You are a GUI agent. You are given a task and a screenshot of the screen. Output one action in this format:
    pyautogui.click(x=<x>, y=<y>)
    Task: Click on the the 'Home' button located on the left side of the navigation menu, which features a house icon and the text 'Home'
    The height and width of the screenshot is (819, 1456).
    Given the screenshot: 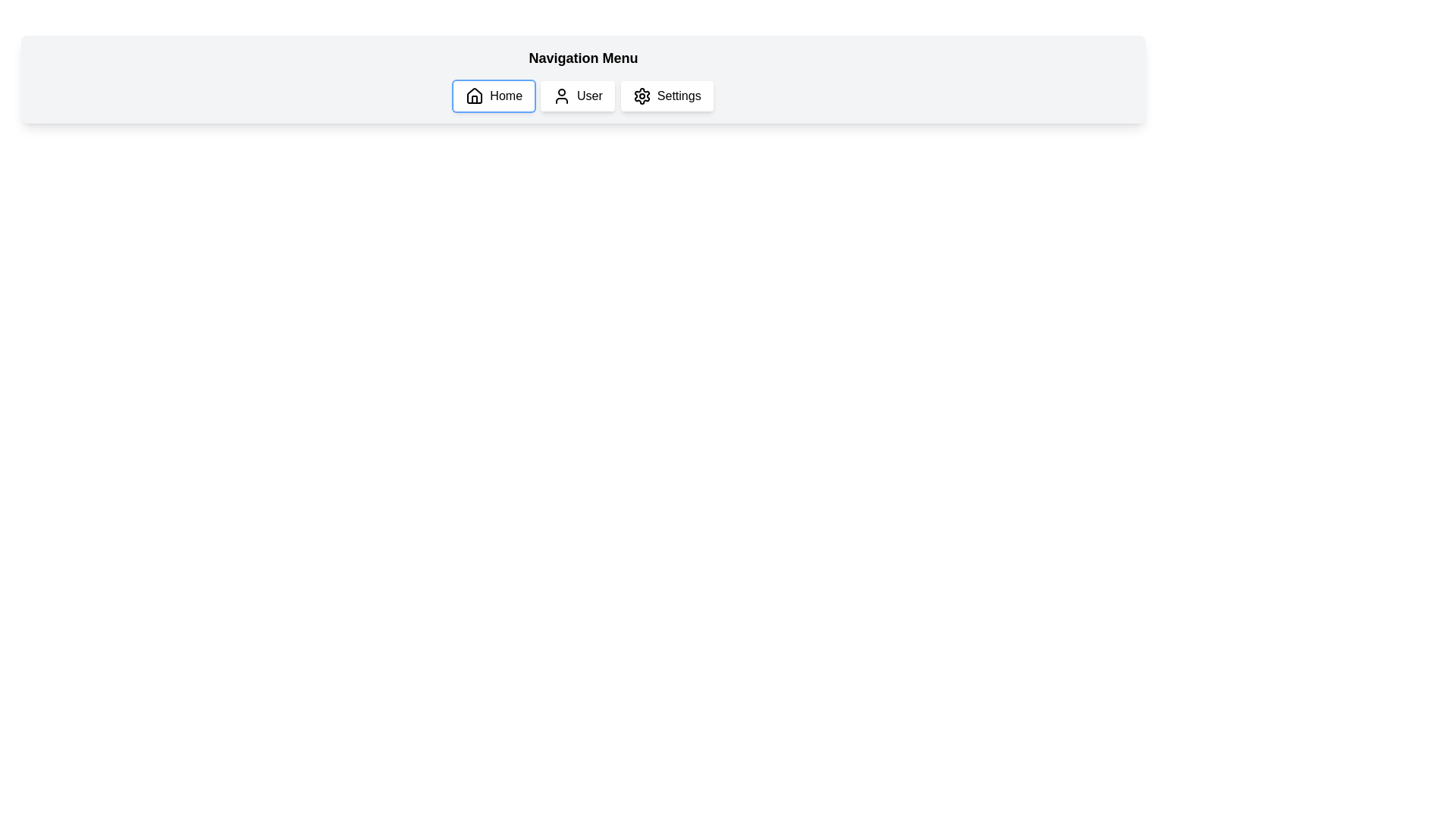 What is the action you would take?
    pyautogui.click(x=494, y=96)
    